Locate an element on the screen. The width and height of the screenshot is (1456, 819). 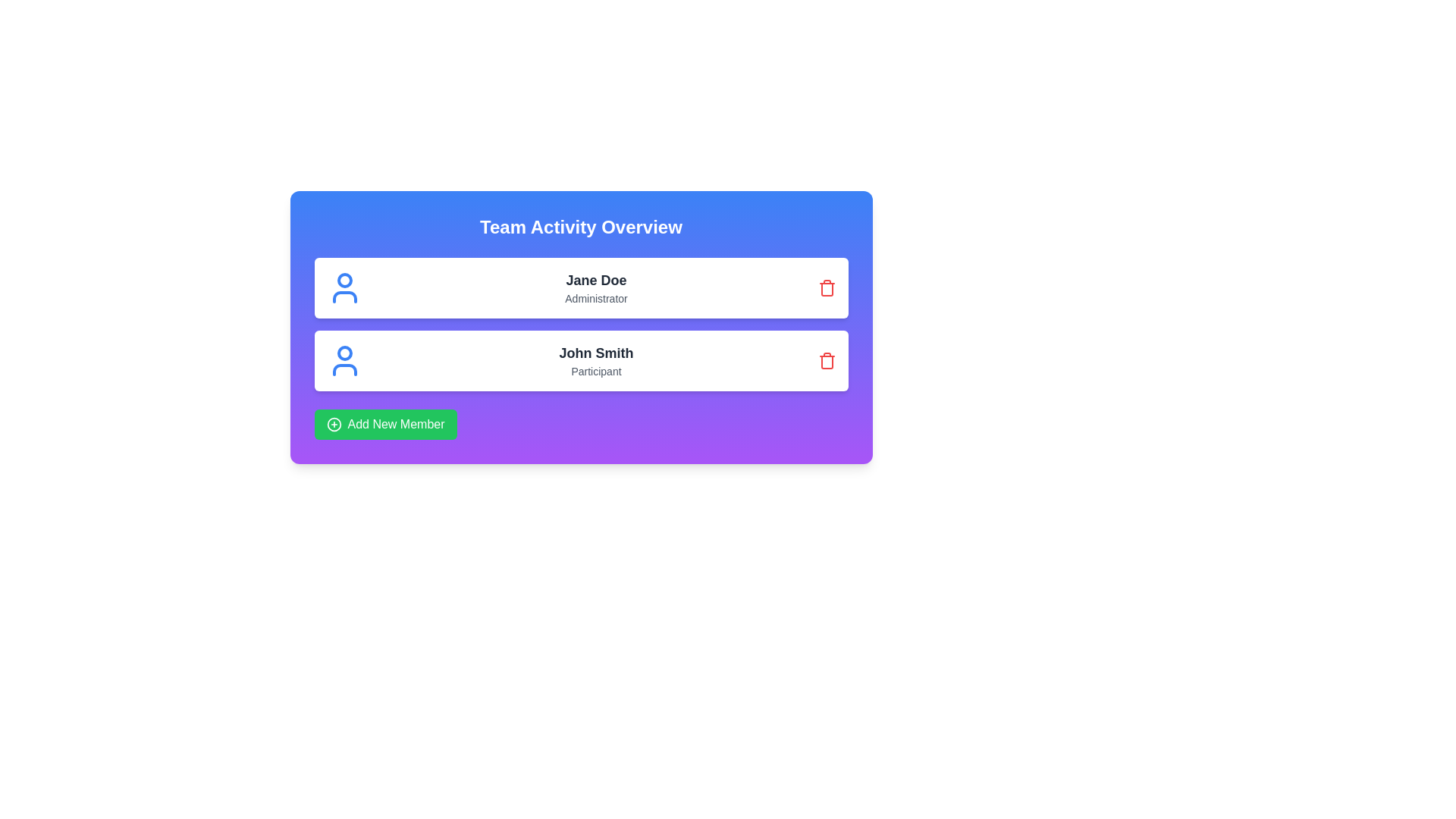
the profile label displaying 'Jane Doe' and 'Administrator', located in the top card of the user list, beside the blue user icon and above the red delete icon is located at coordinates (595, 288).